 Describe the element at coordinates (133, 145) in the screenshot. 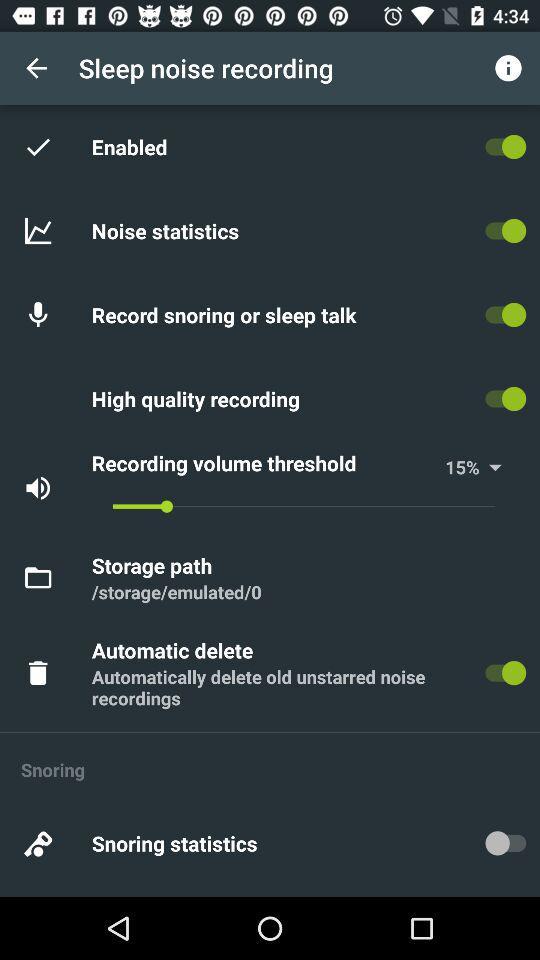

I see `the item below the sleep noise recording icon` at that location.